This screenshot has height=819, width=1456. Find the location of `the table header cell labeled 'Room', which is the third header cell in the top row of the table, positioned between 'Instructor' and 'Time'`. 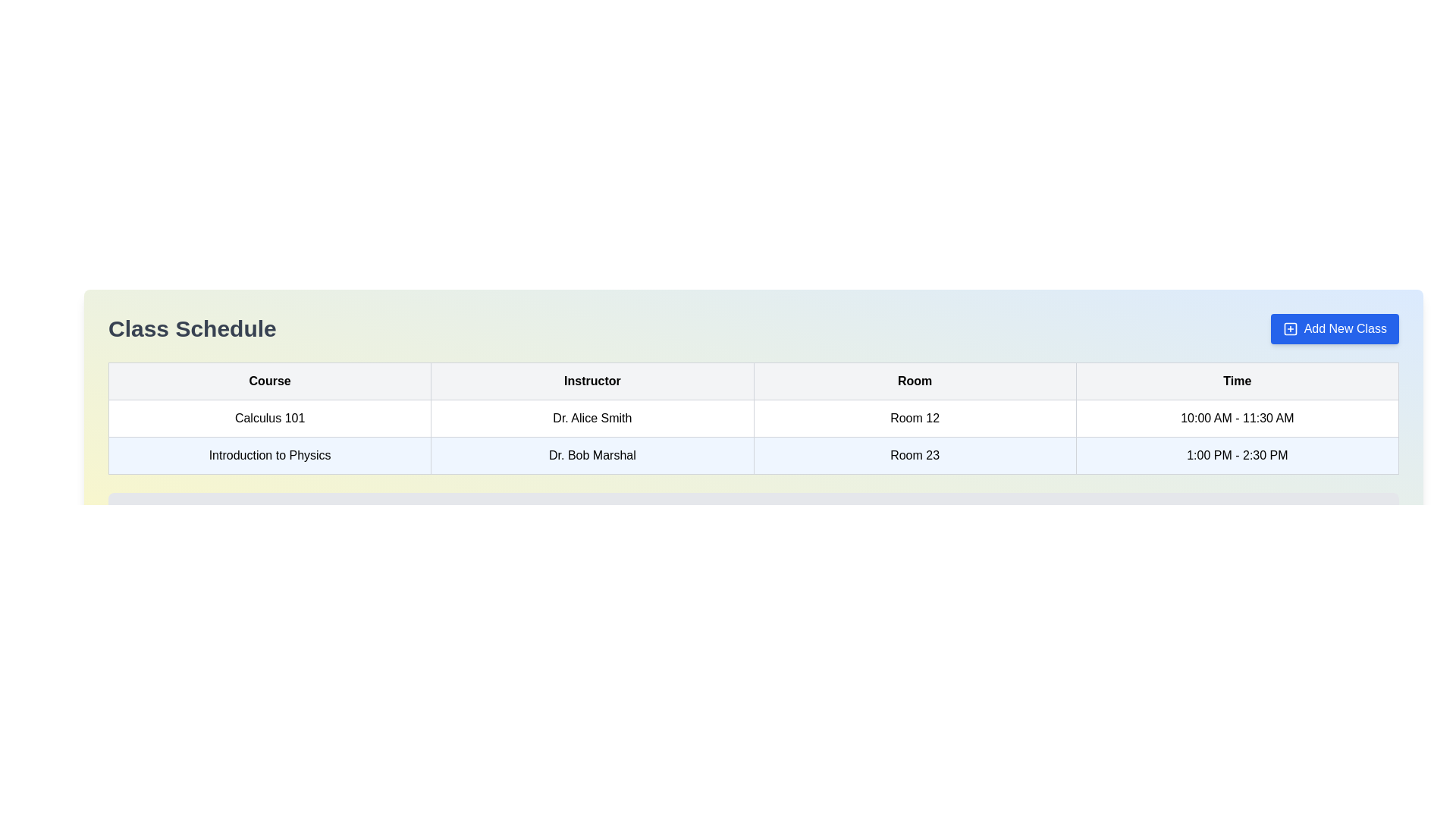

the table header cell labeled 'Room', which is the third header cell in the top row of the table, positioned between 'Instructor' and 'Time' is located at coordinates (914, 380).